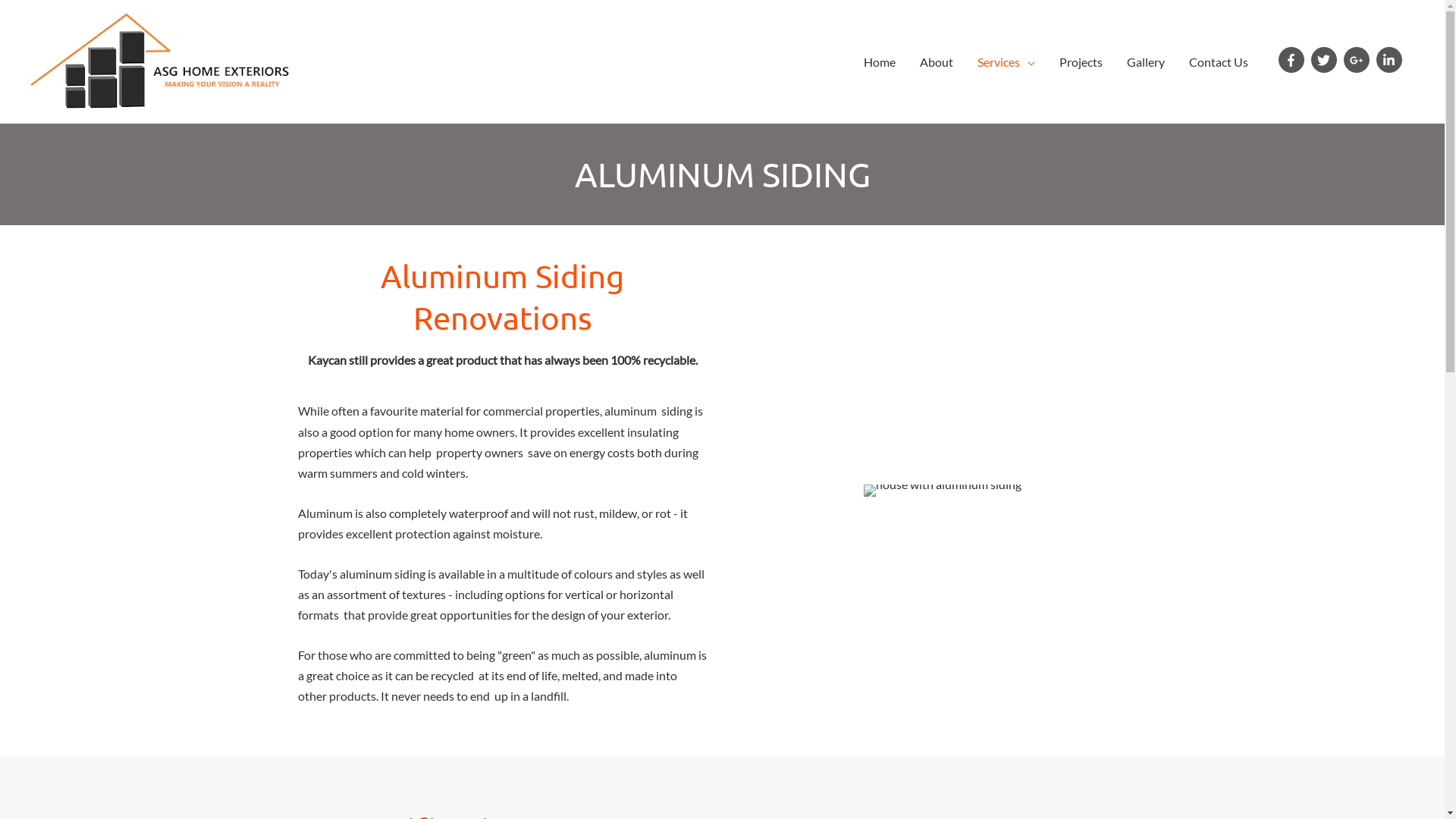  What do you see at coordinates (1146, 61) in the screenshot?
I see `'Gallery'` at bounding box center [1146, 61].